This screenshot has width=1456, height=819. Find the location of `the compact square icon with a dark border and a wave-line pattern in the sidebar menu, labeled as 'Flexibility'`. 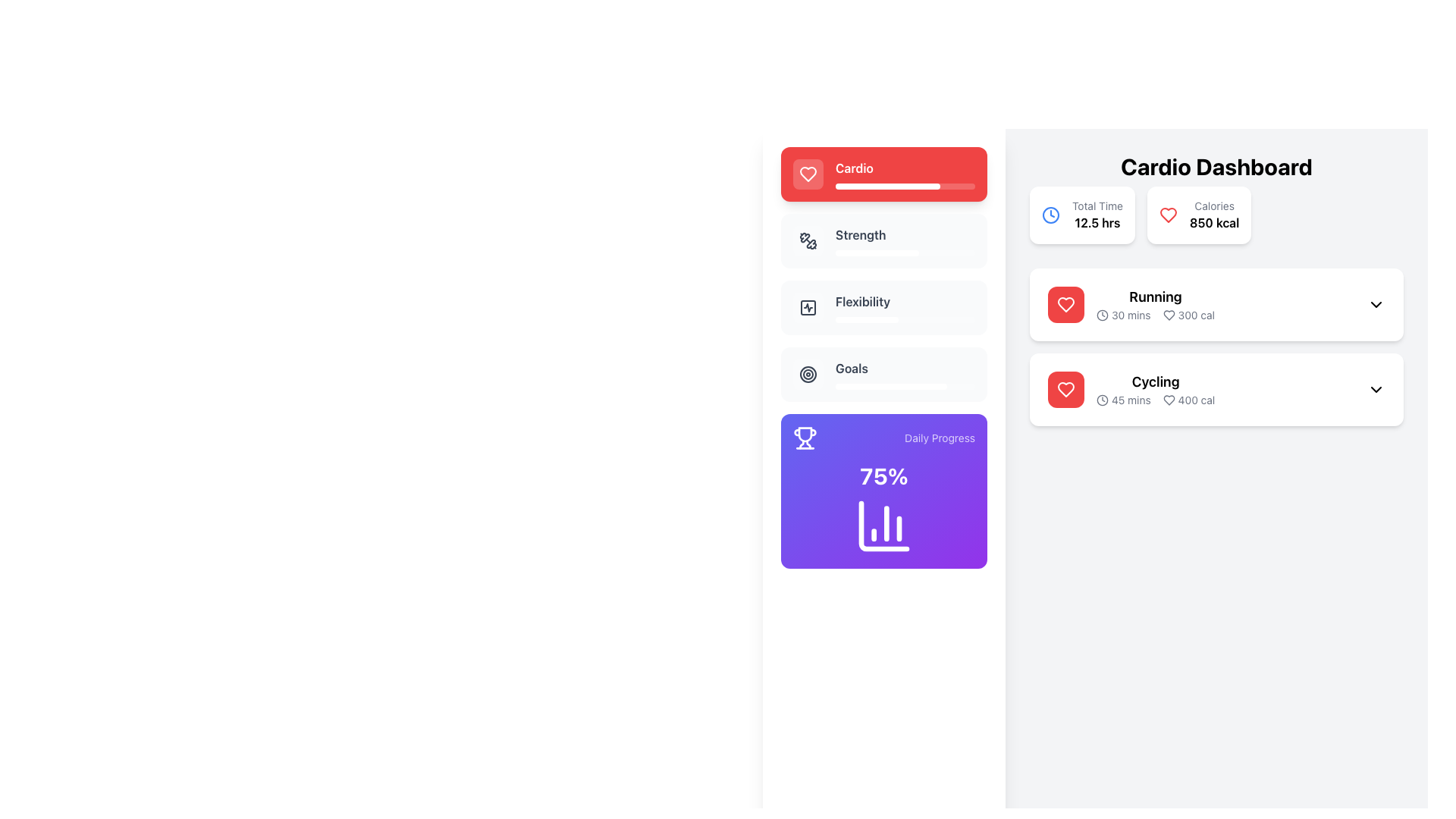

the compact square icon with a dark border and a wave-line pattern in the sidebar menu, labeled as 'Flexibility' is located at coordinates (807, 307).